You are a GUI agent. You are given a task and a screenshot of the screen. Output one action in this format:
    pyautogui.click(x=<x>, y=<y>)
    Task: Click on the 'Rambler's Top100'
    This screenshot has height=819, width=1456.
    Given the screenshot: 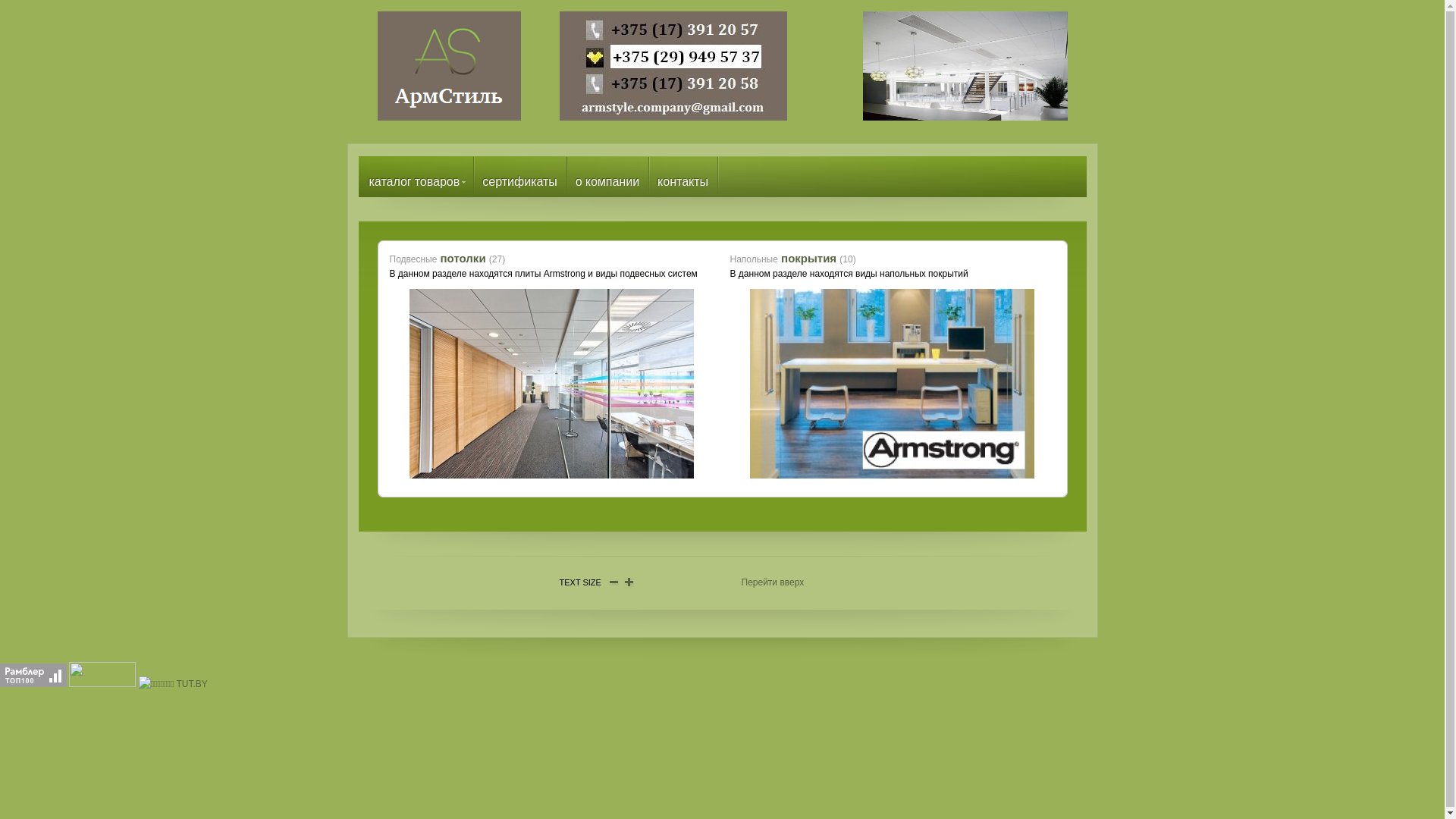 What is the action you would take?
    pyautogui.click(x=33, y=674)
    